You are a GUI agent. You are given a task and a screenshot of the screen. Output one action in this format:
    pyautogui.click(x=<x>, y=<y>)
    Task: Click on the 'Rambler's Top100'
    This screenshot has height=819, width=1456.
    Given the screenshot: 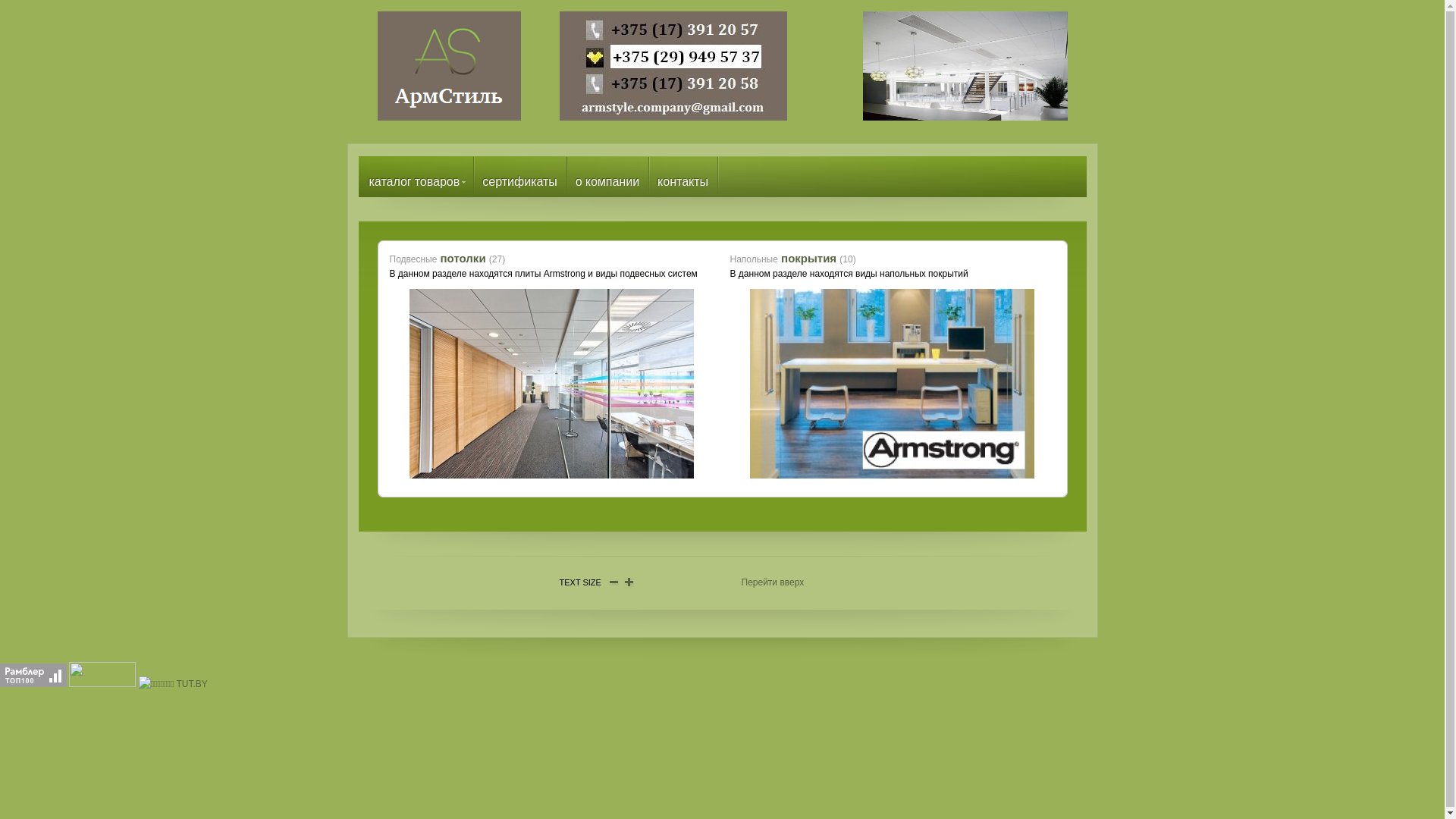 What is the action you would take?
    pyautogui.click(x=33, y=674)
    